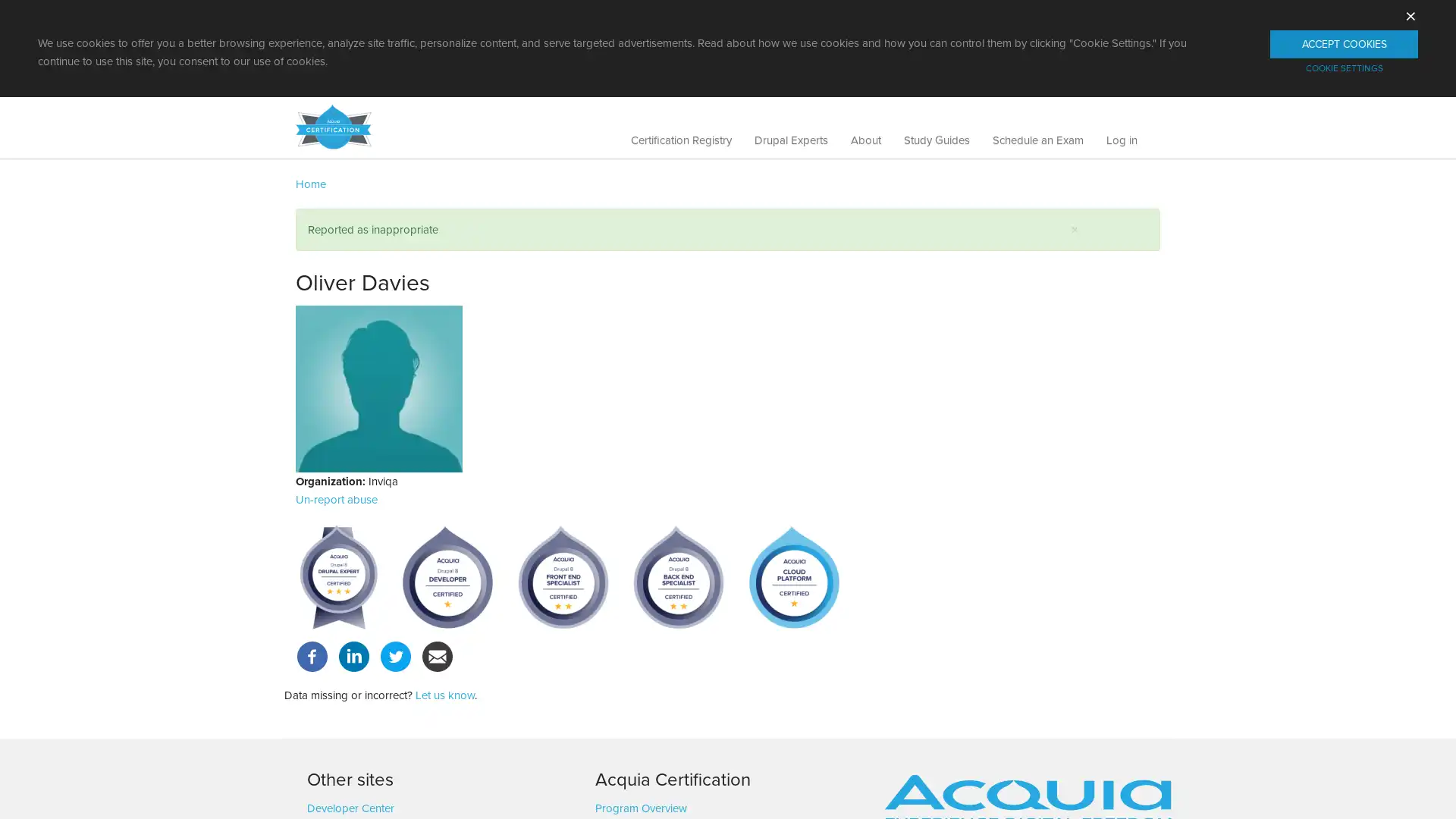 The image size is (1456, 819). Describe the element at coordinates (1410, 14) in the screenshot. I see `X` at that location.